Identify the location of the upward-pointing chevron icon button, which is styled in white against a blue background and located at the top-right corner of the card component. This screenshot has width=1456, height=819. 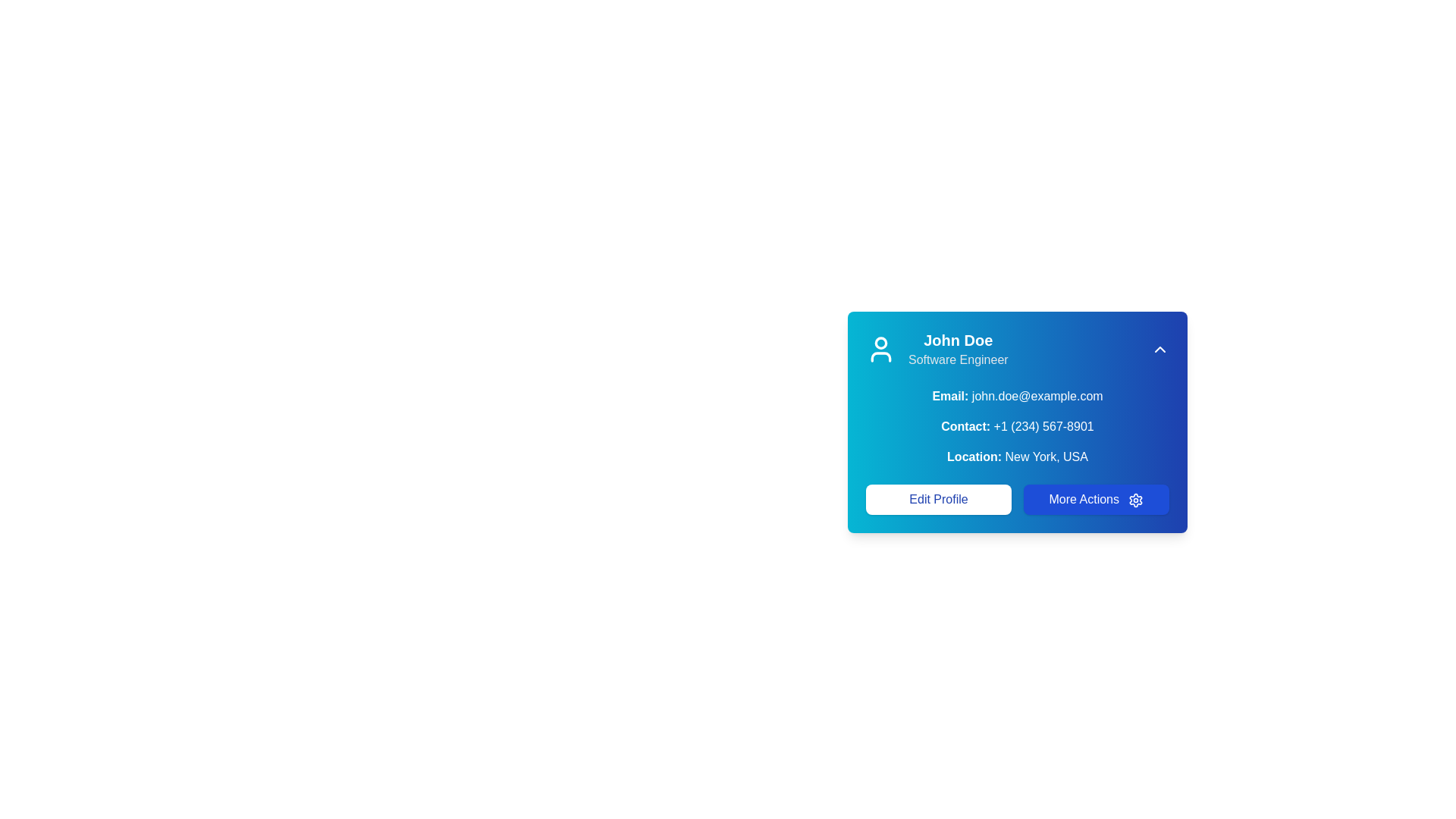
(1159, 350).